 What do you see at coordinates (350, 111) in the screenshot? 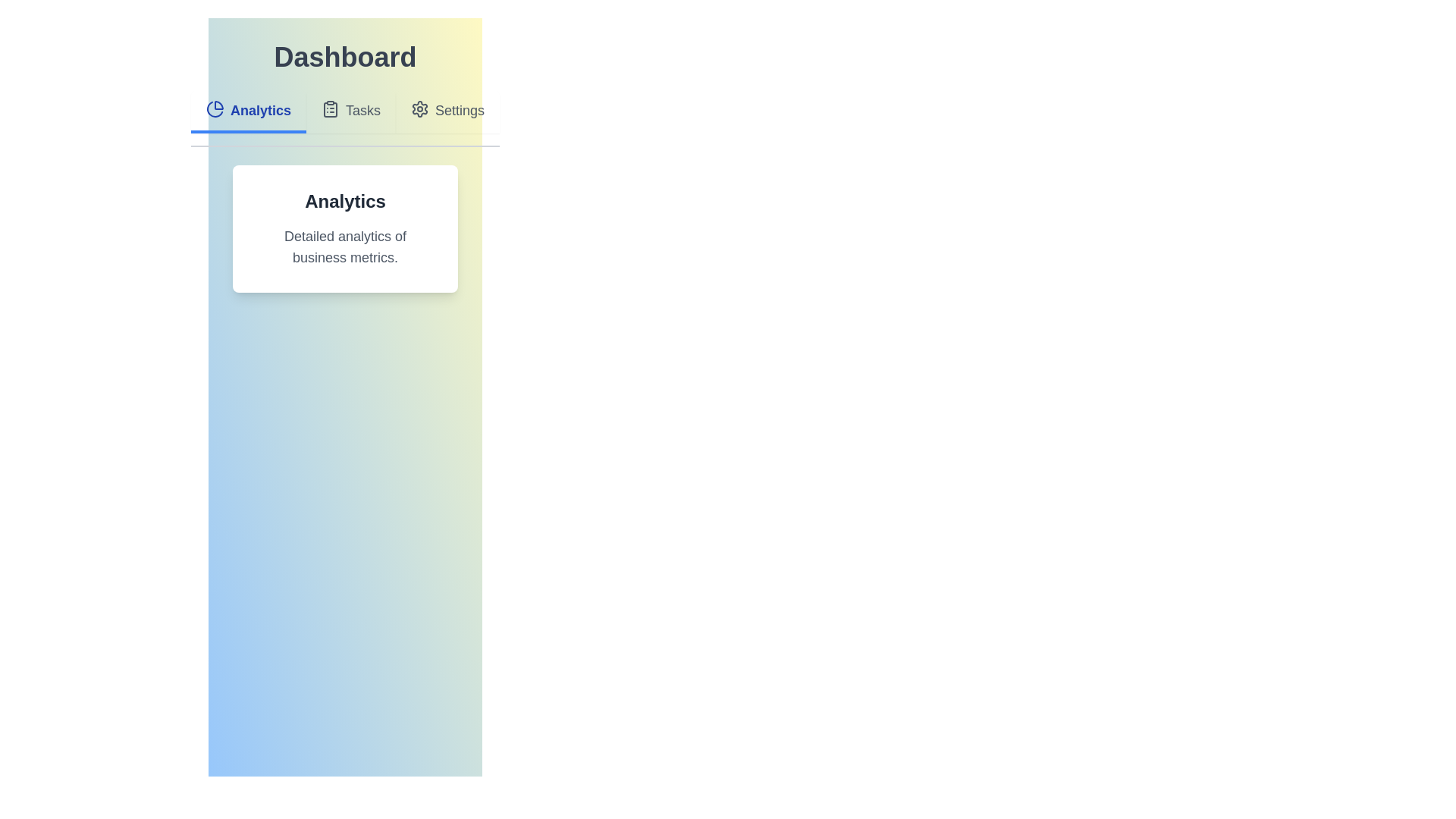
I see `the Tasks tab to view its content` at bounding box center [350, 111].